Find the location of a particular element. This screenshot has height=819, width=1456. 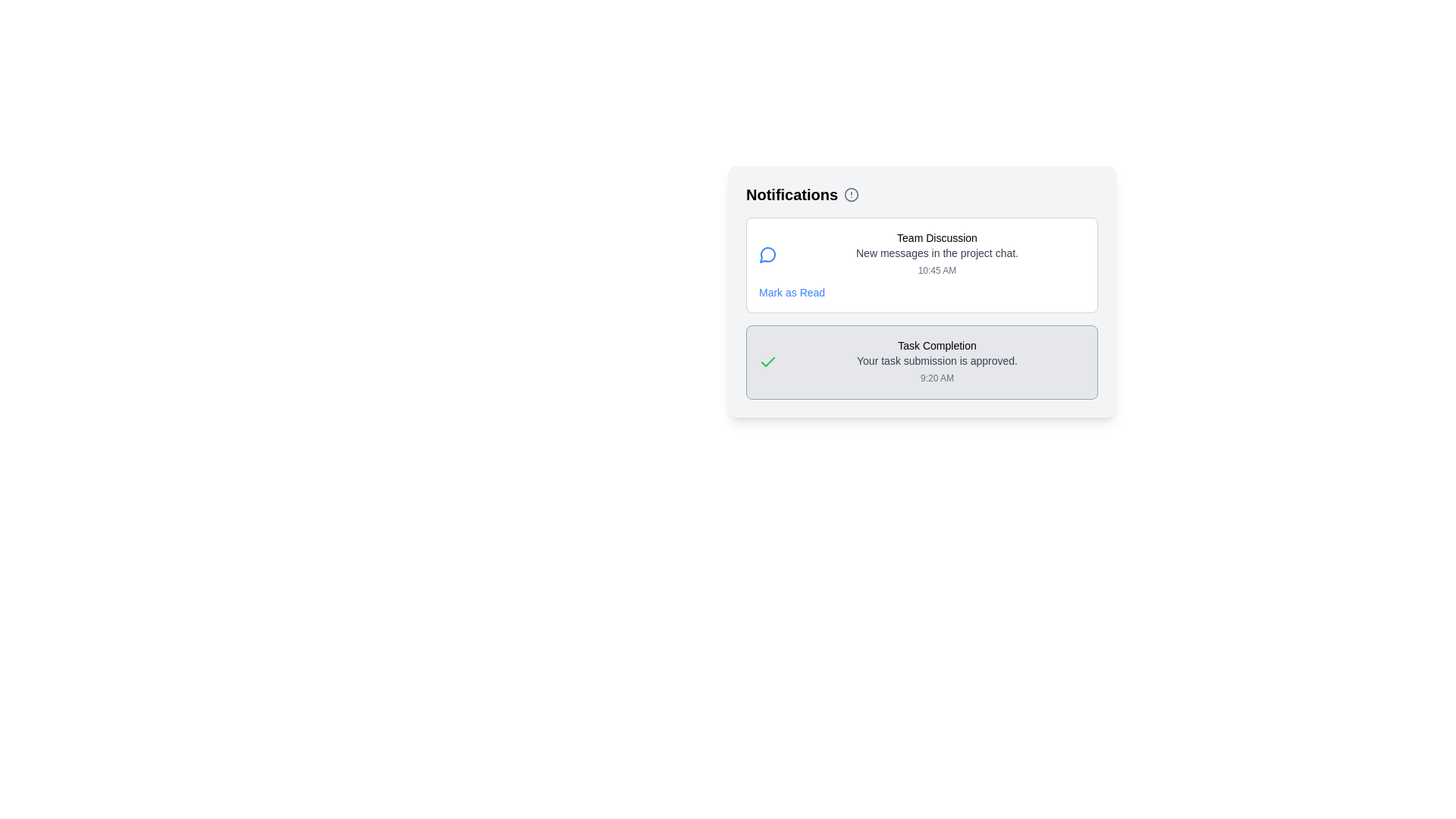

the Notification card that contains the title 'Task Completion', which is the second card in the notifications panel is located at coordinates (921, 362).